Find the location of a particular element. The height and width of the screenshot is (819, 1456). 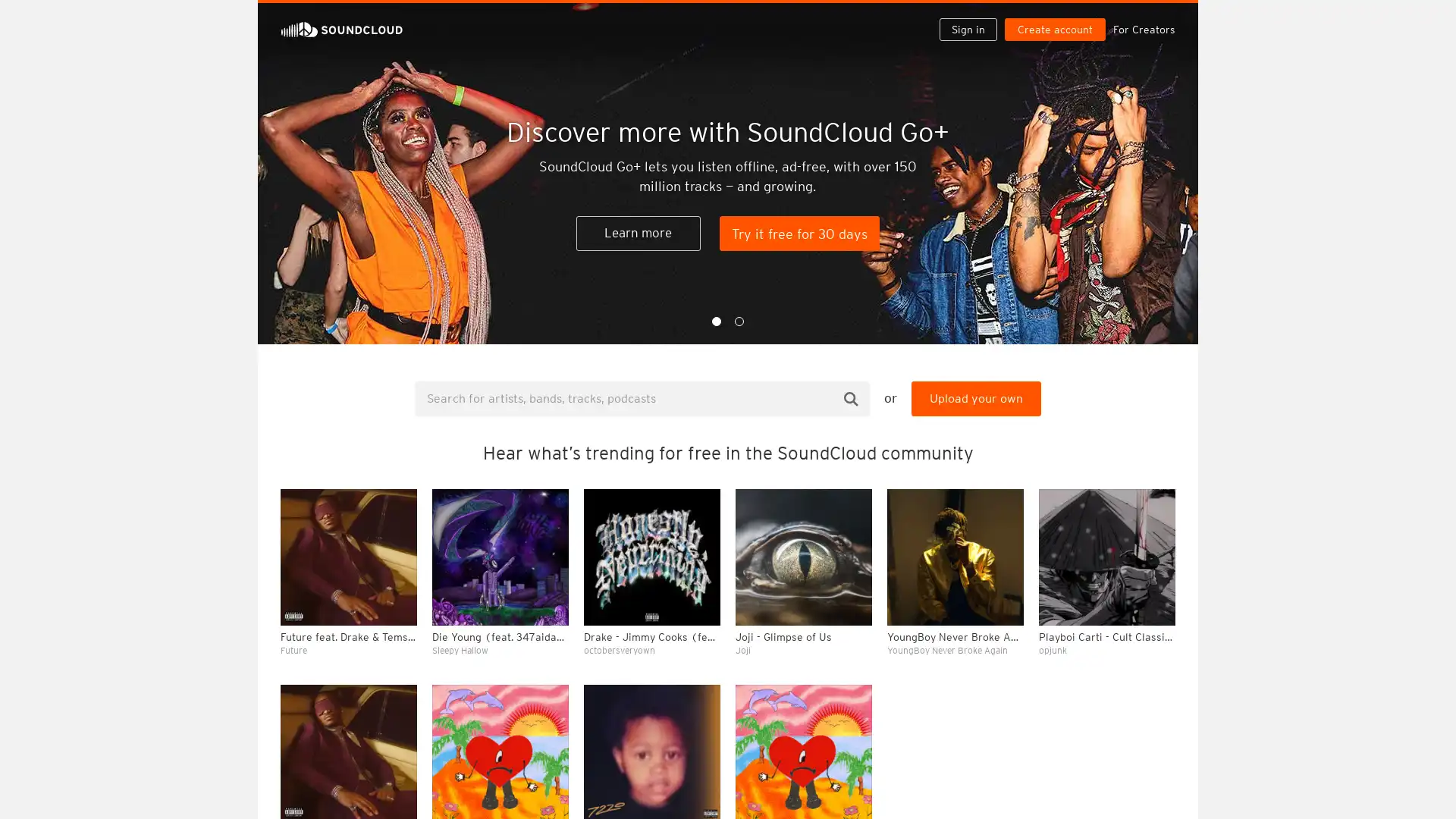

Create a SoundCloud account is located at coordinates (1058, 17).